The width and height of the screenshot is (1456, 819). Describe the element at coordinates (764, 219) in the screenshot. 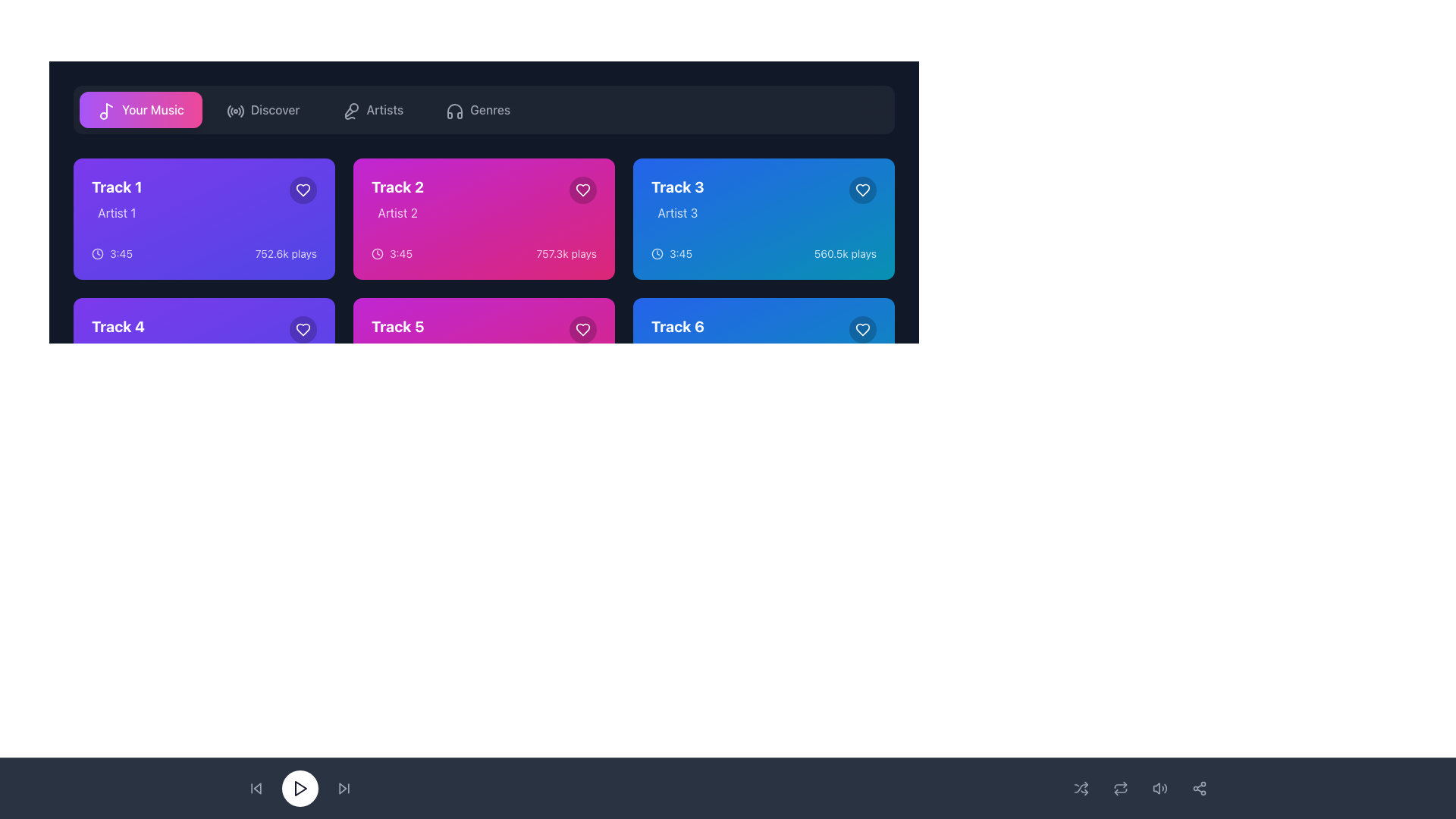

I see `the interactive music track card located in the top row, third column of the grid` at that location.